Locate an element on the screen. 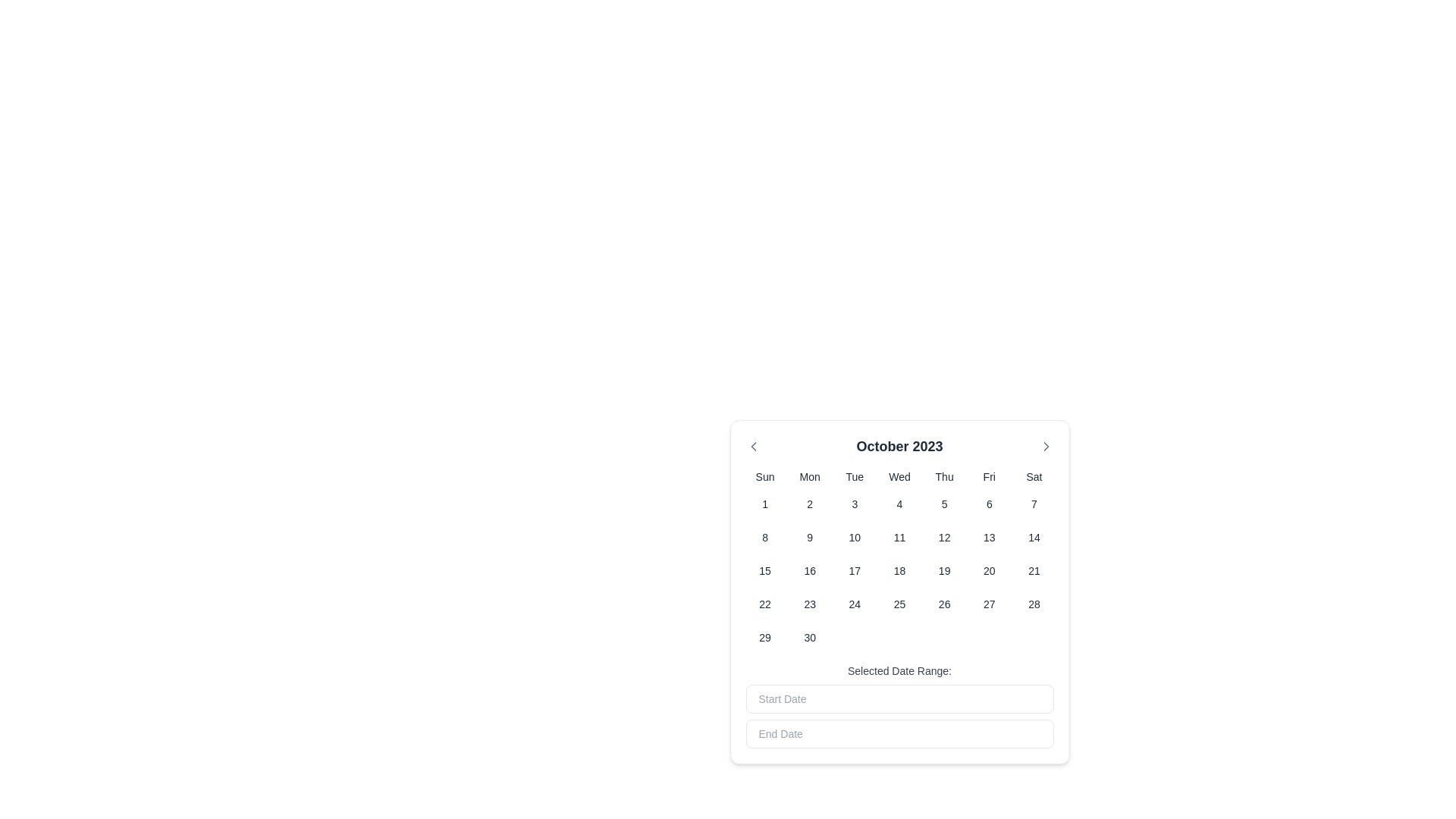 This screenshot has height=819, width=1456. the button is located at coordinates (764, 537).